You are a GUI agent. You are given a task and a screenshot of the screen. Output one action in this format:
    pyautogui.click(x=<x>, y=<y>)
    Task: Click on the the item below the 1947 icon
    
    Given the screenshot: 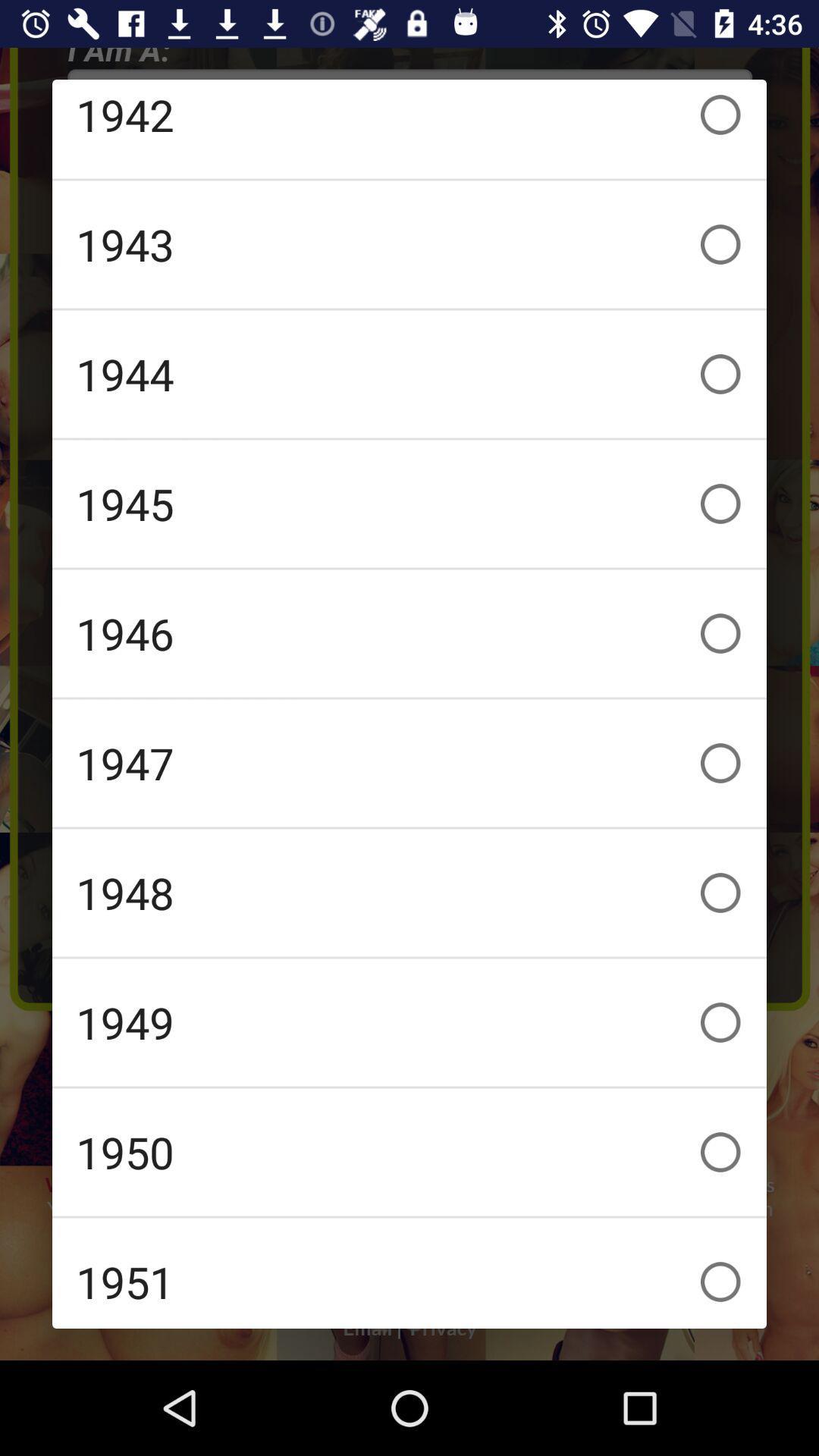 What is the action you would take?
    pyautogui.click(x=409, y=893)
    